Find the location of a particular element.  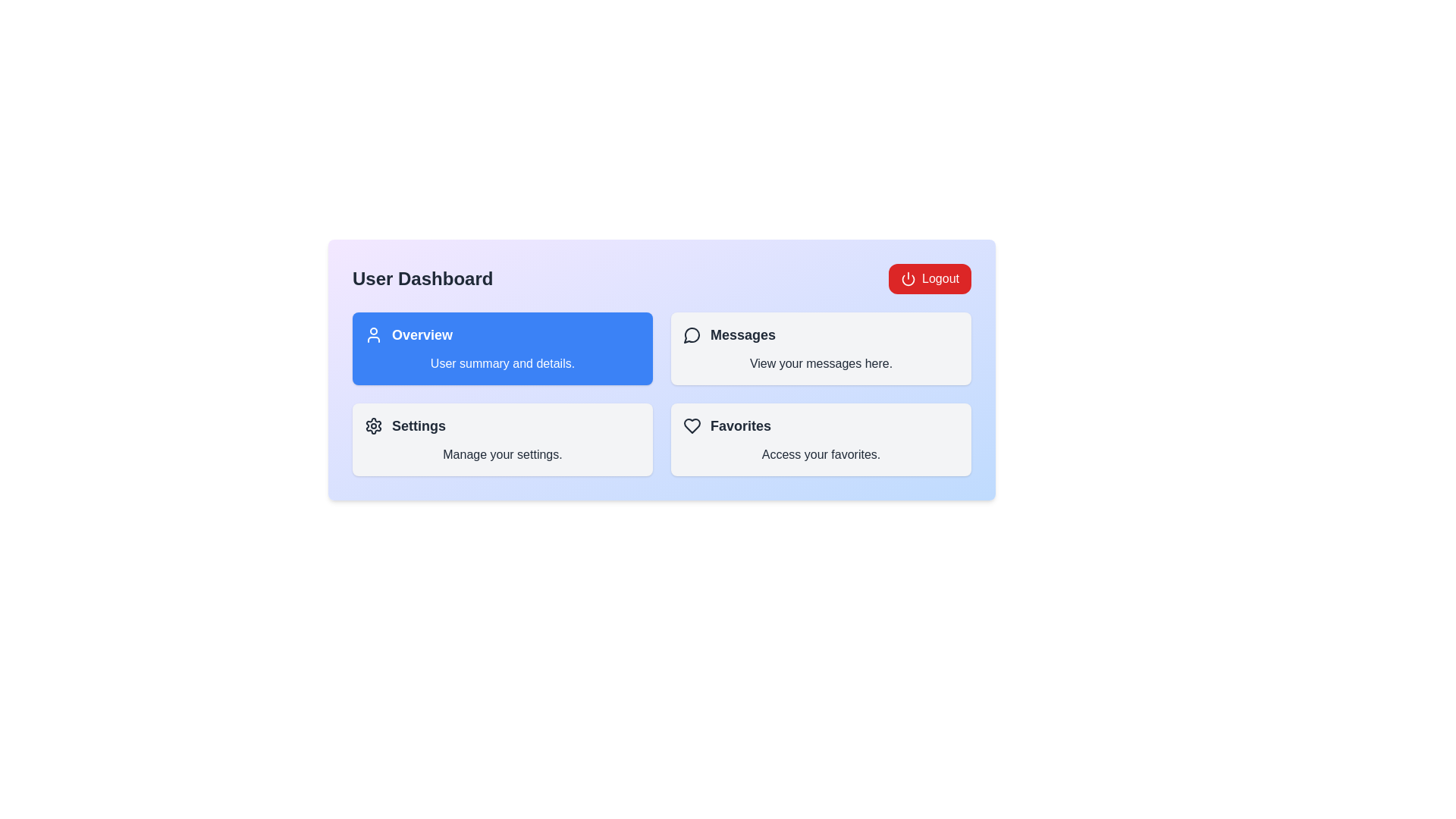

the 'Messages' text label, which is styled in bold and larger font, located at the top-right of the dashboard interface adjacent to a red 'Logout' button is located at coordinates (821, 334).